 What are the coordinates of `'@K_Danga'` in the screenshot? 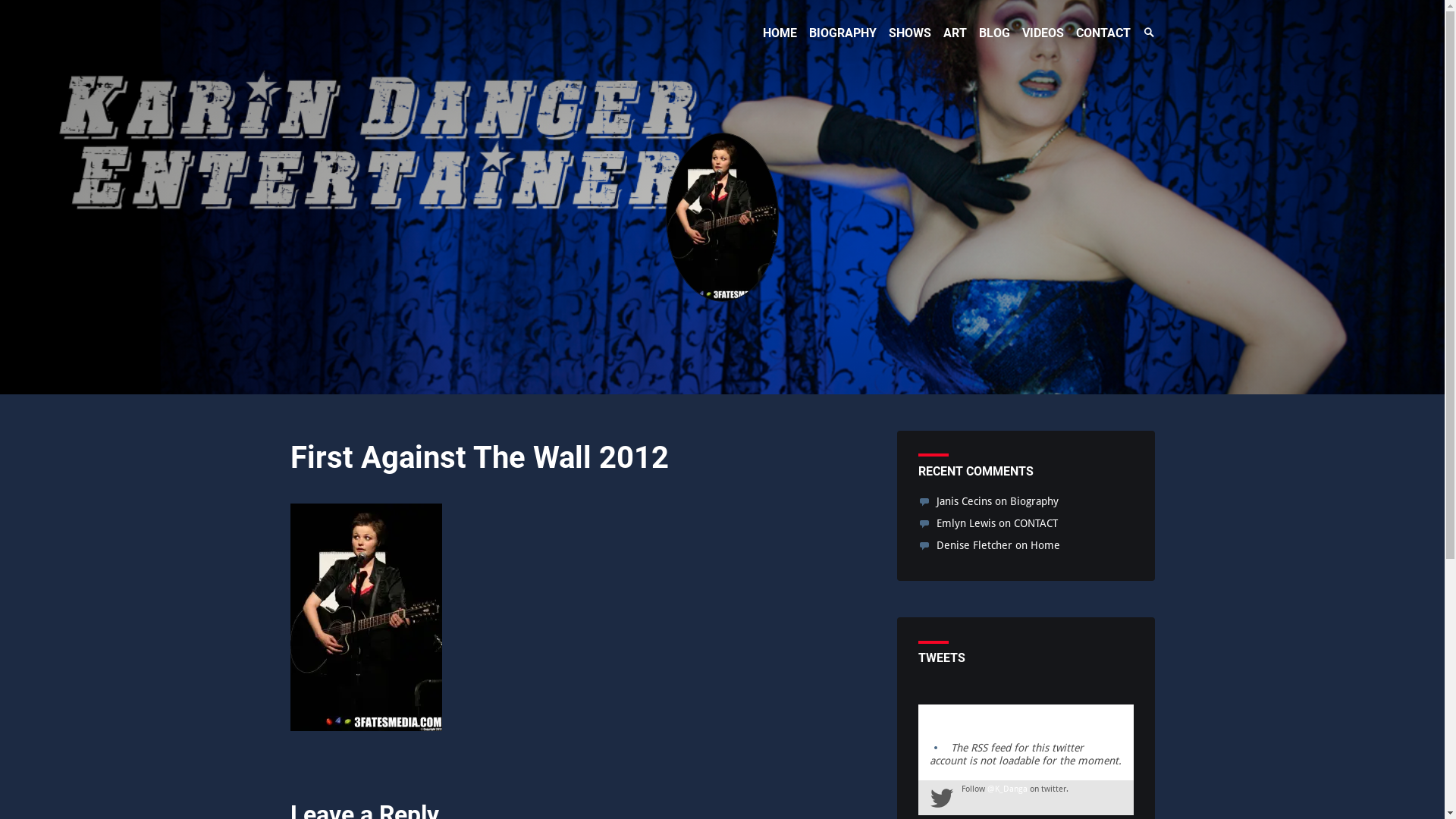 It's located at (1007, 788).